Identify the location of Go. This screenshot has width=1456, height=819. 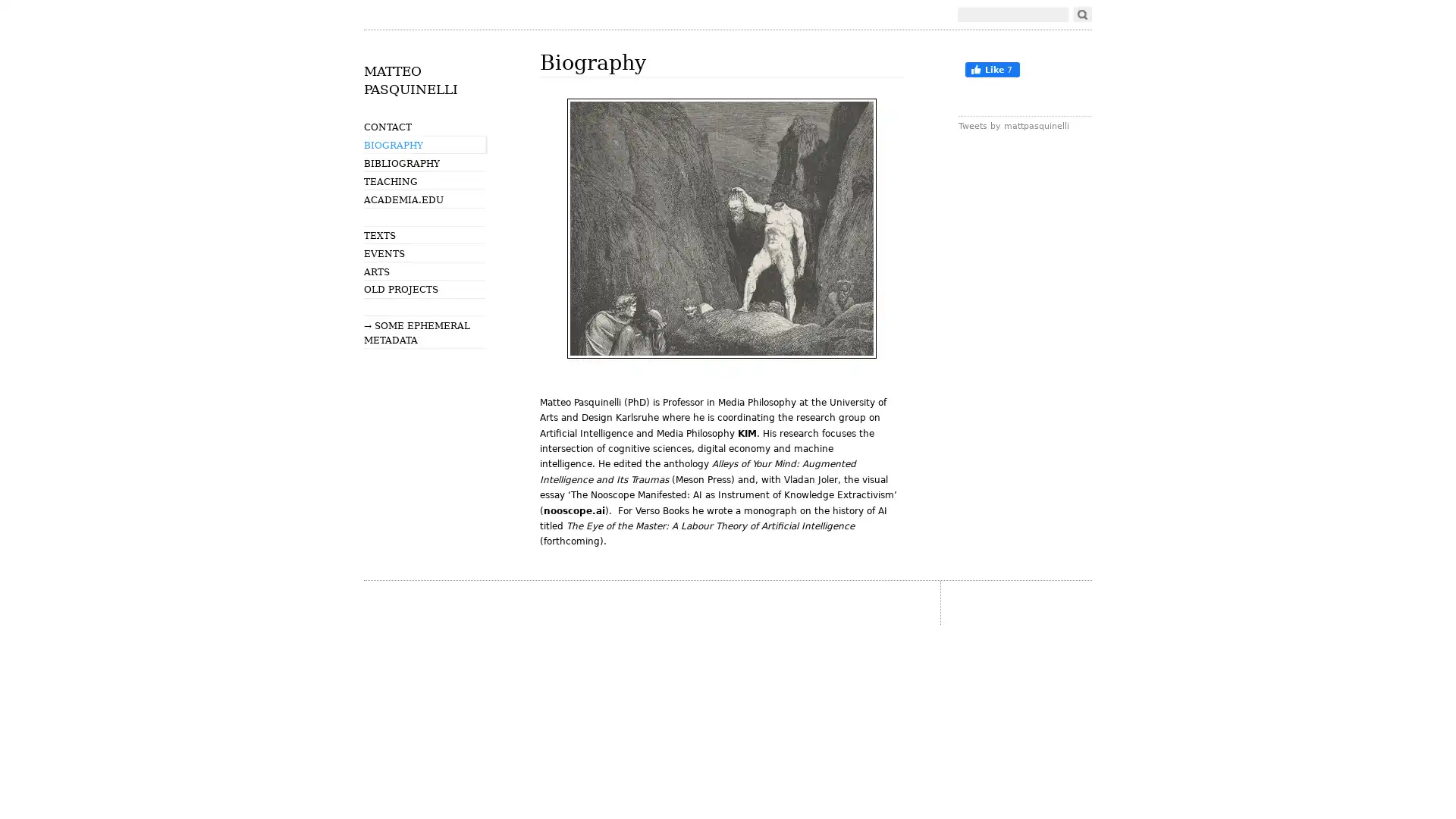
(1081, 14).